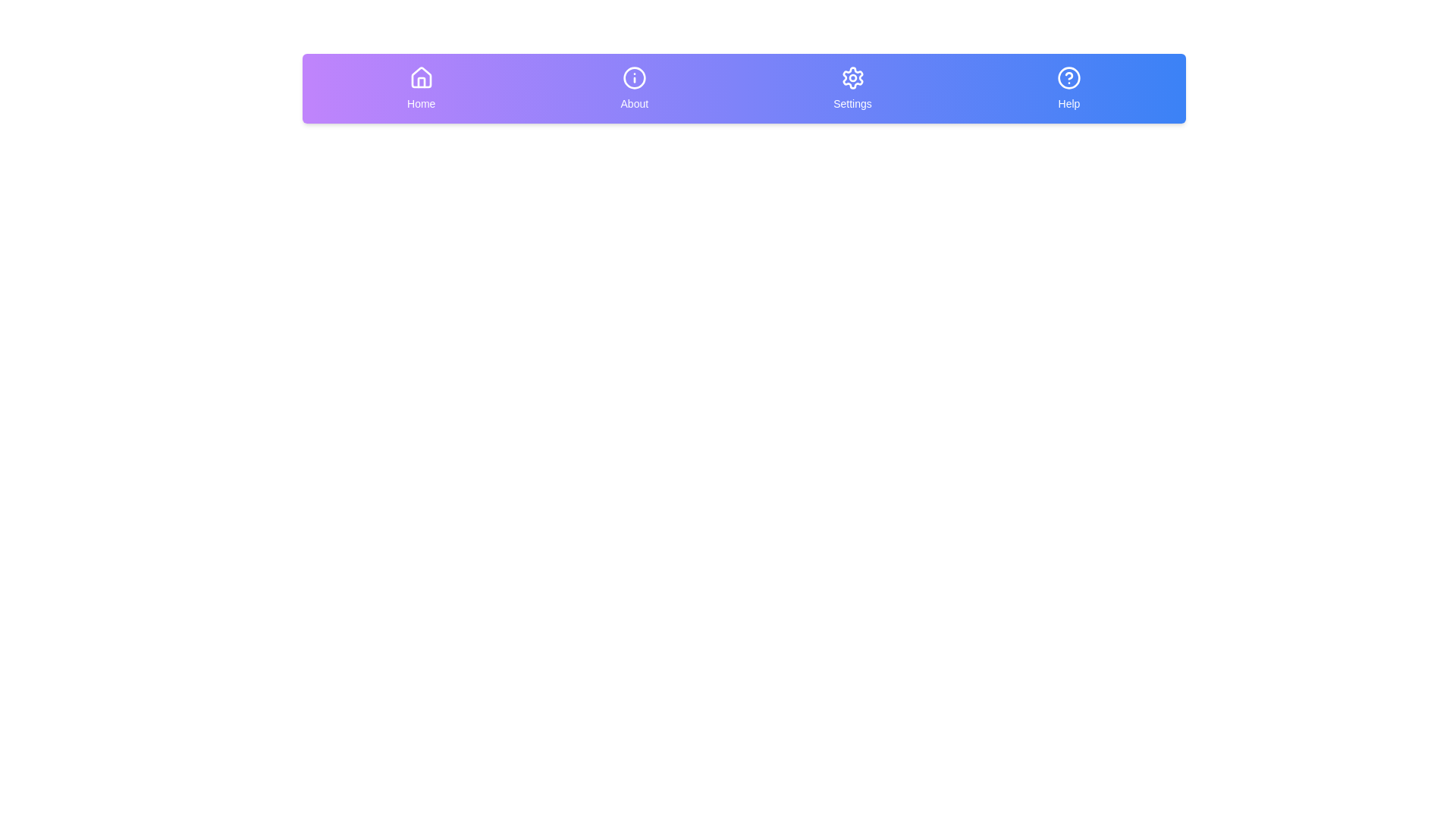 This screenshot has height=819, width=1456. Describe the element at coordinates (421, 77) in the screenshot. I see `the house icon located in the top navigation menu bar, which is the first button from the left and has a purple gradient design, accompanied by the text 'Home'` at that location.